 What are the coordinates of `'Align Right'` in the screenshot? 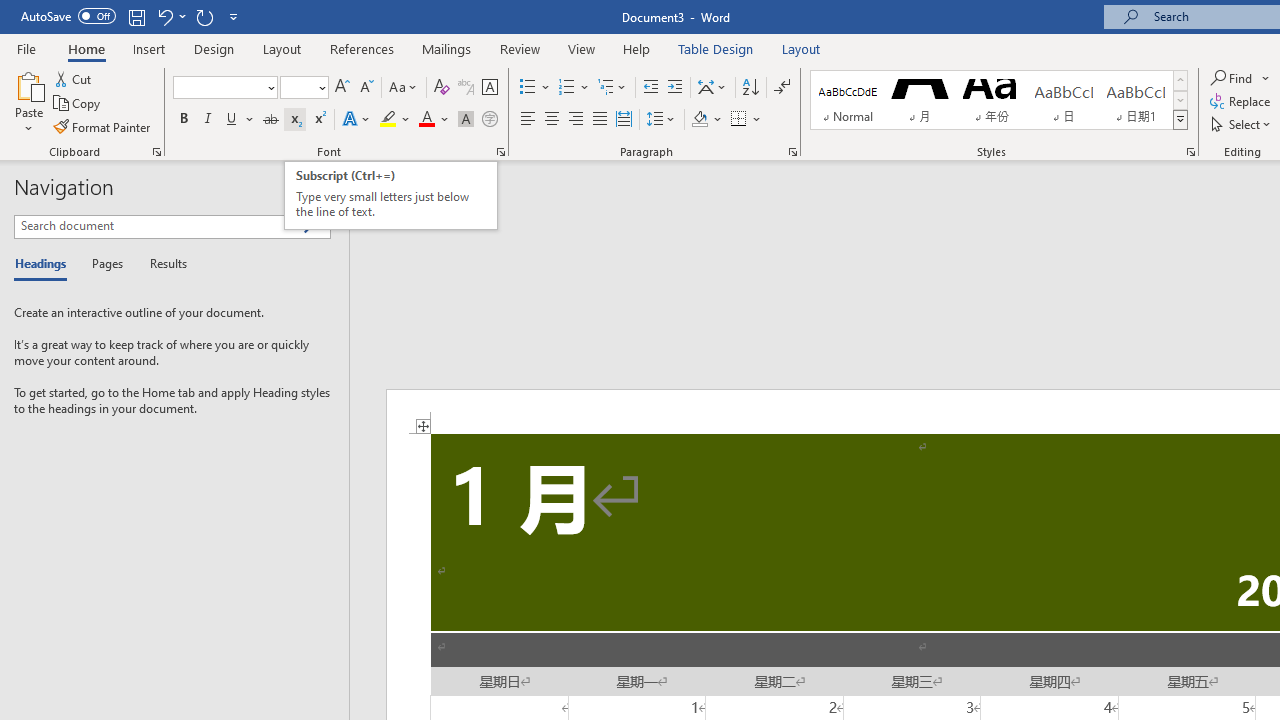 It's located at (575, 119).